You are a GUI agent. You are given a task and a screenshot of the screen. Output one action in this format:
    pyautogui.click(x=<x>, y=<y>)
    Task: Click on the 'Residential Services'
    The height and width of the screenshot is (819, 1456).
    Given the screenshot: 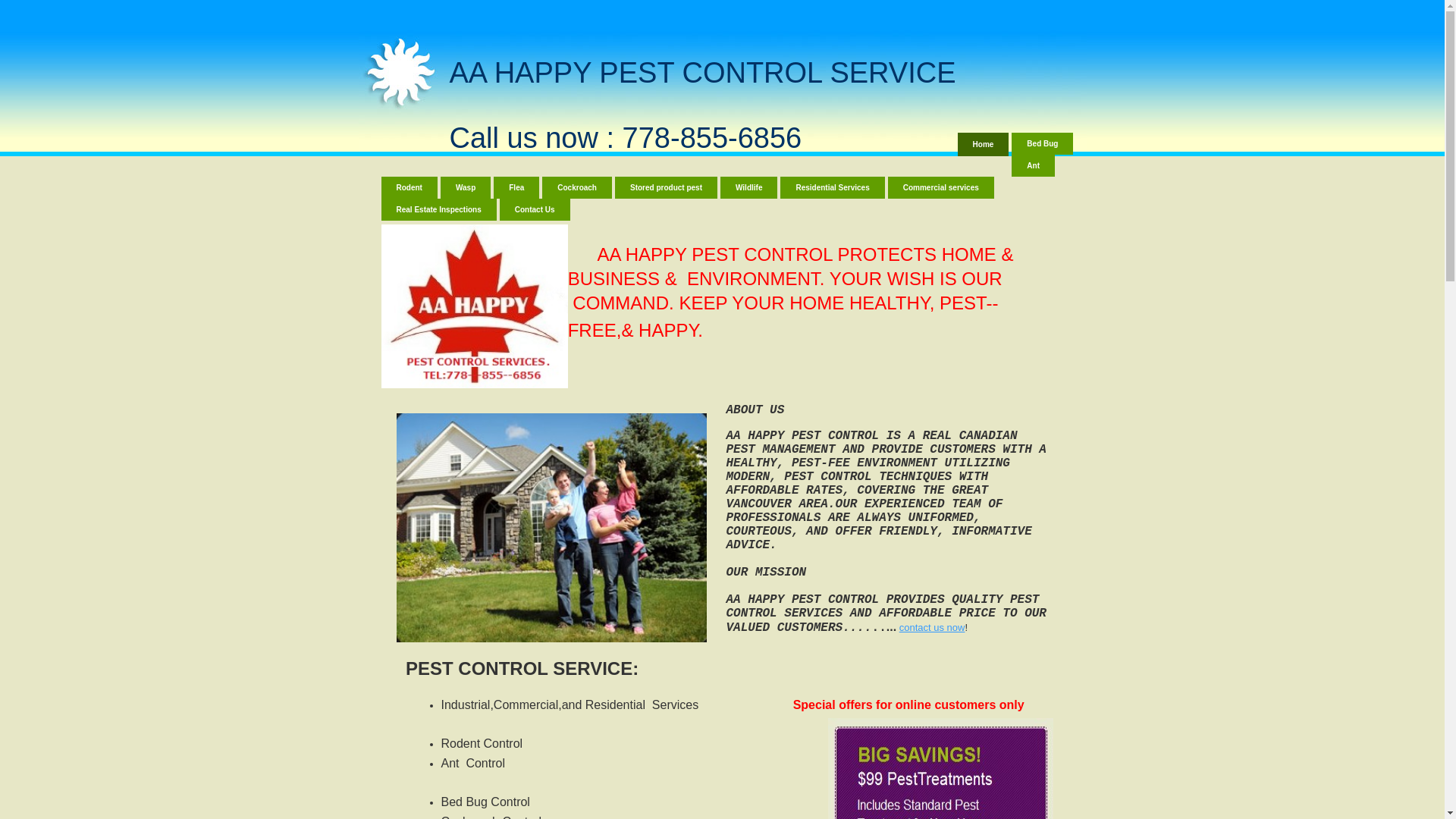 What is the action you would take?
    pyautogui.click(x=831, y=187)
    